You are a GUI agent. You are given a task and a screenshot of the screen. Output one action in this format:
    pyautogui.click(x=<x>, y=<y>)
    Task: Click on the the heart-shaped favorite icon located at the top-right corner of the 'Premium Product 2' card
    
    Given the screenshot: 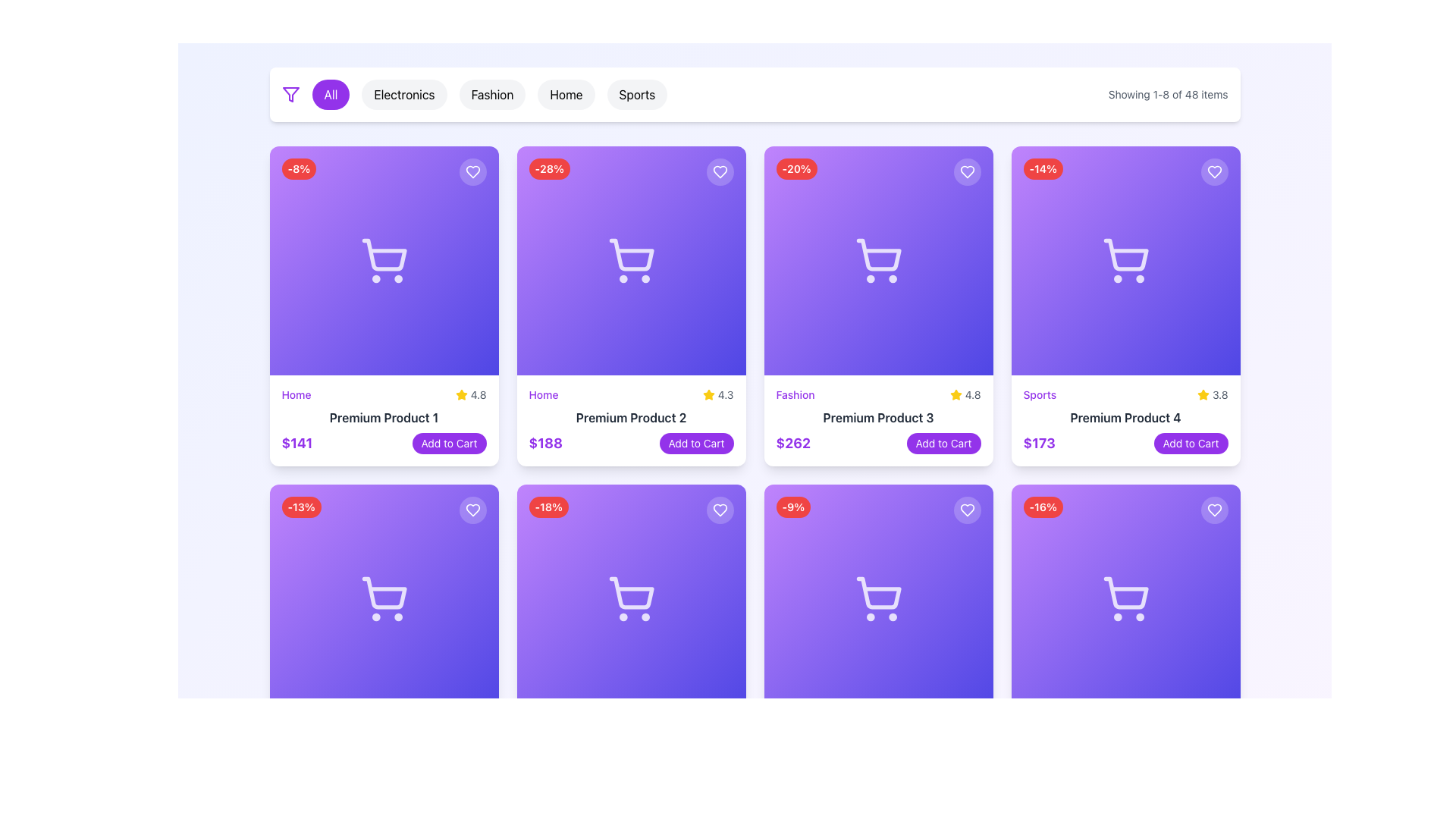 What is the action you would take?
    pyautogui.click(x=719, y=171)
    